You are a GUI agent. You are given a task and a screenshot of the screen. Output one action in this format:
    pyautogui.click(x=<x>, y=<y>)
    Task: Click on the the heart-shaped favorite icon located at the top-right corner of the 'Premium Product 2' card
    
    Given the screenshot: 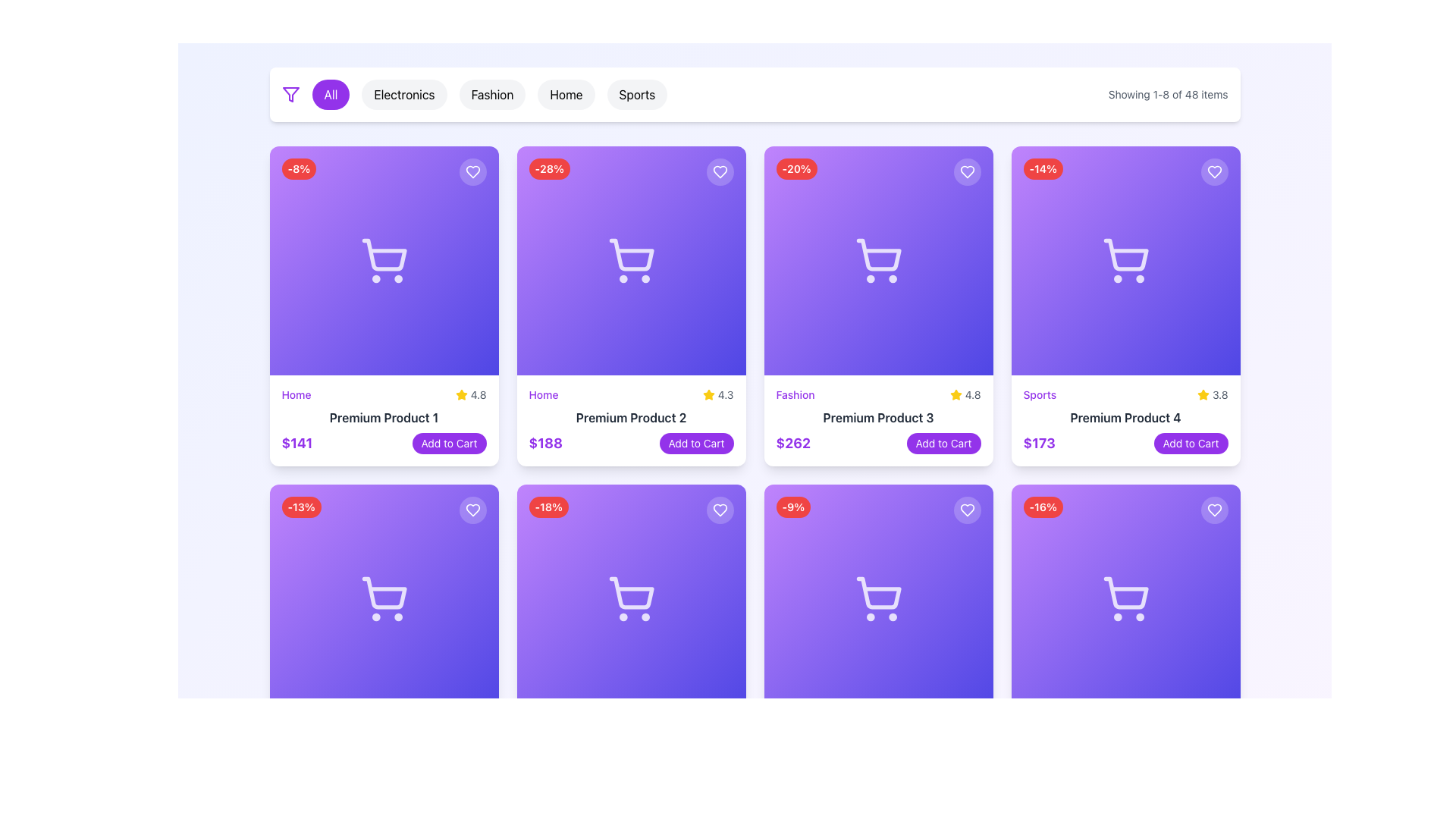 What is the action you would take?
    pyautogui.click(x=719, y=171)
    